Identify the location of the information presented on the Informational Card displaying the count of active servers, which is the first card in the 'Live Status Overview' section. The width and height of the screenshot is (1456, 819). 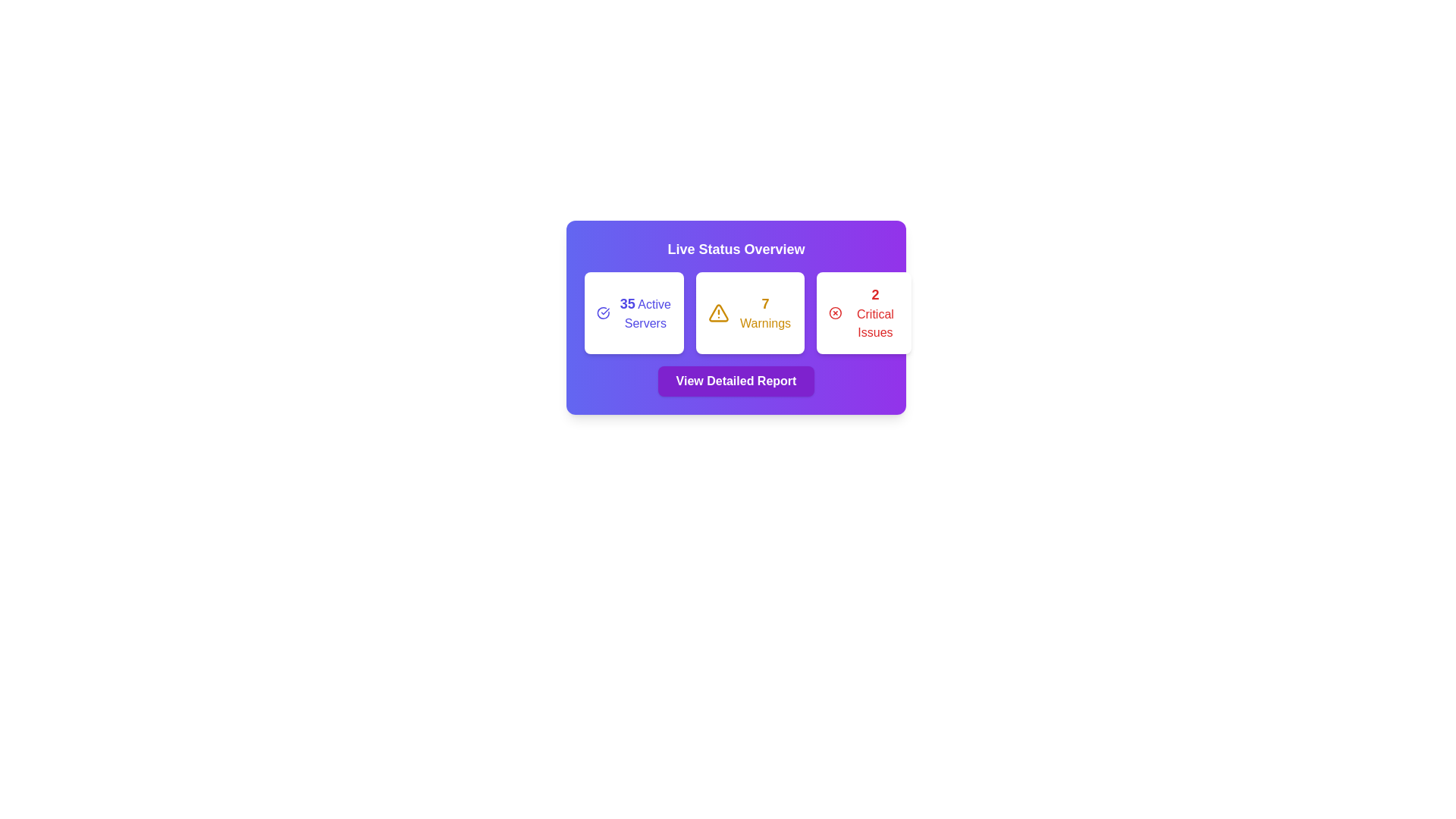
(634, 312).